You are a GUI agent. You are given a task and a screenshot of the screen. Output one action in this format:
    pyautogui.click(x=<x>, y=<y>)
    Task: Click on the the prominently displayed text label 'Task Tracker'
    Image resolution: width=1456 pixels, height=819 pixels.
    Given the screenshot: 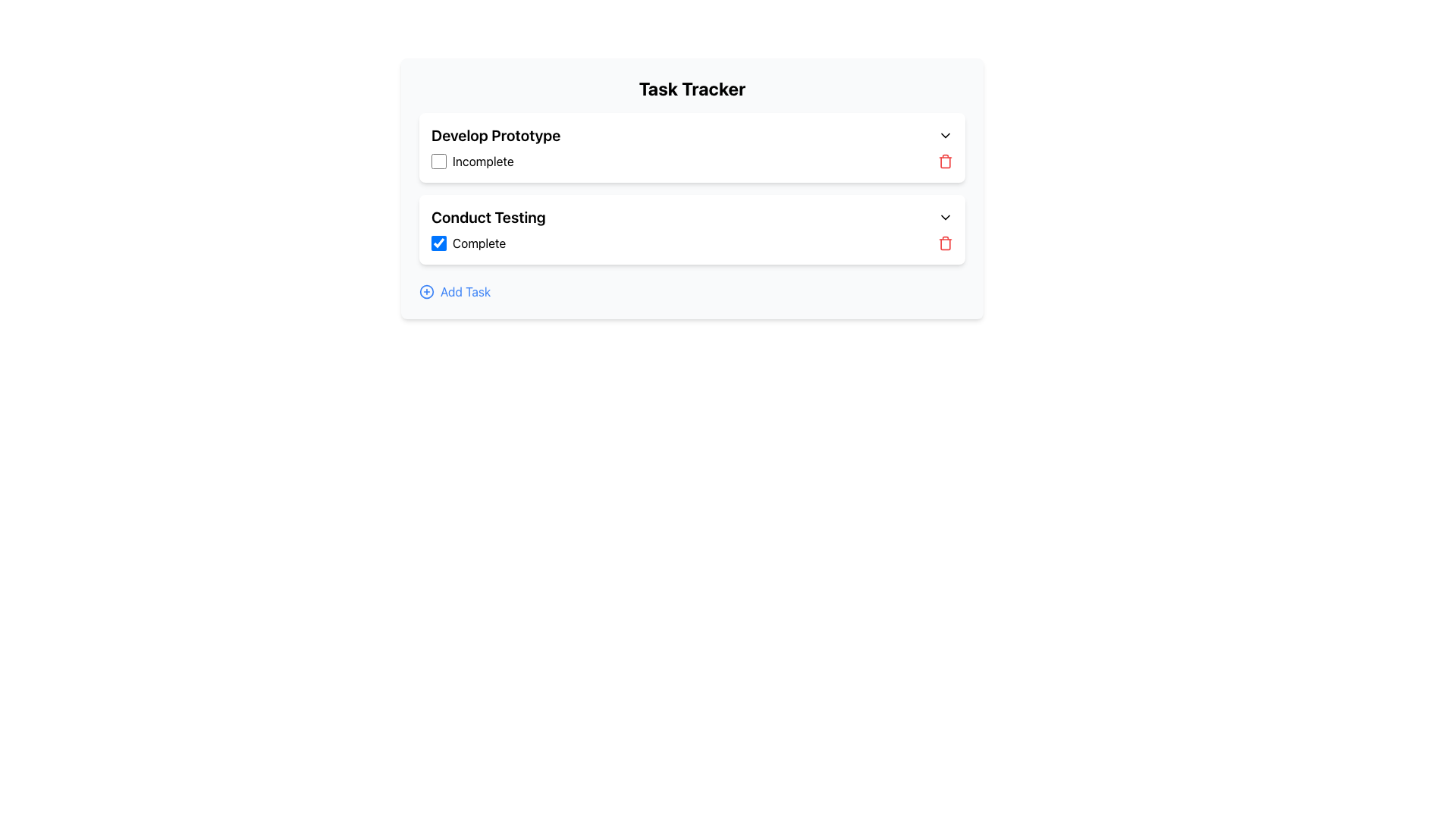 What is the action you would take?
    pyautogui.click(x=691, y=88)
    